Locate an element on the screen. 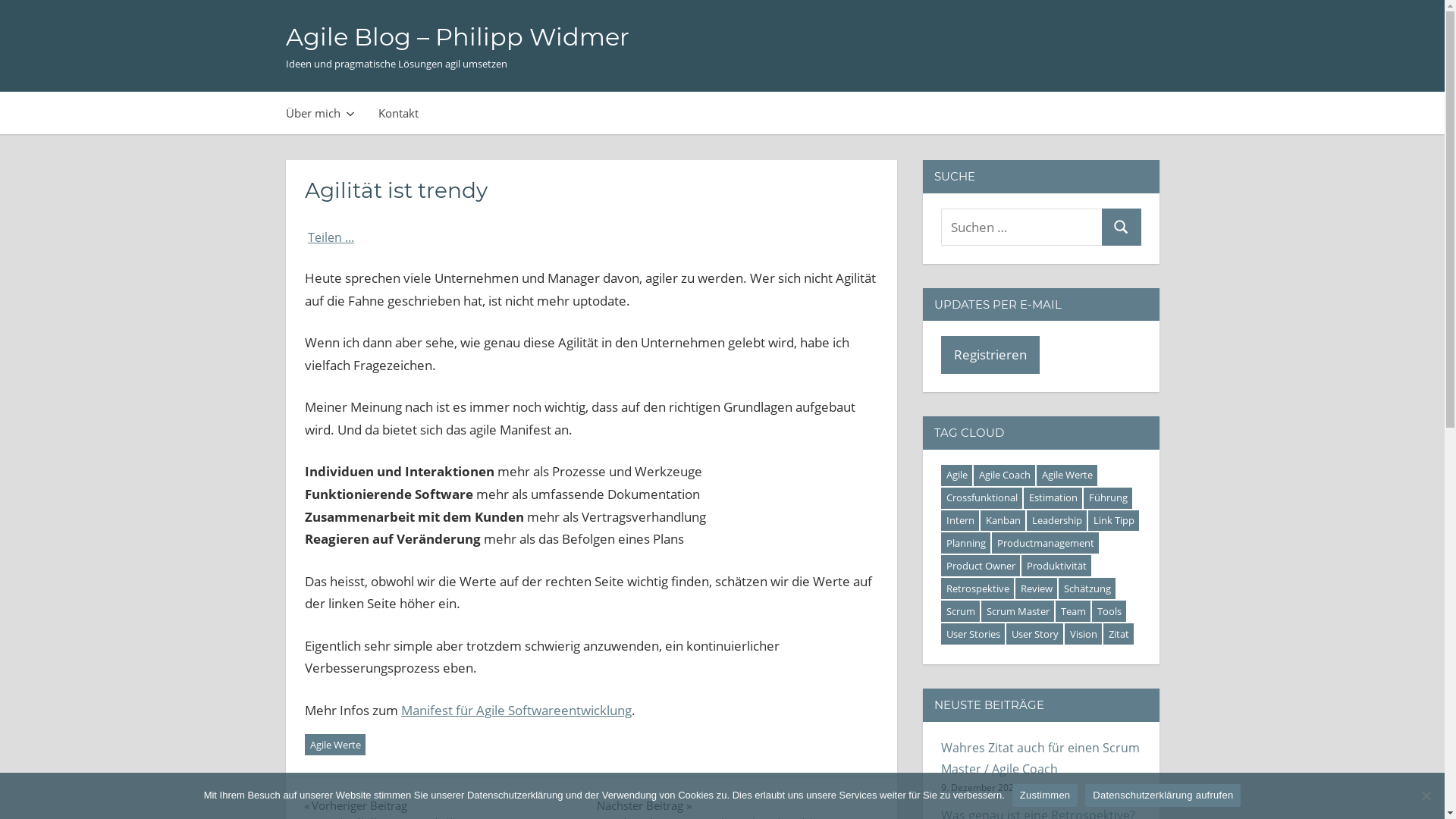  'Ablehnen' is located at coordinates (1425, 795).